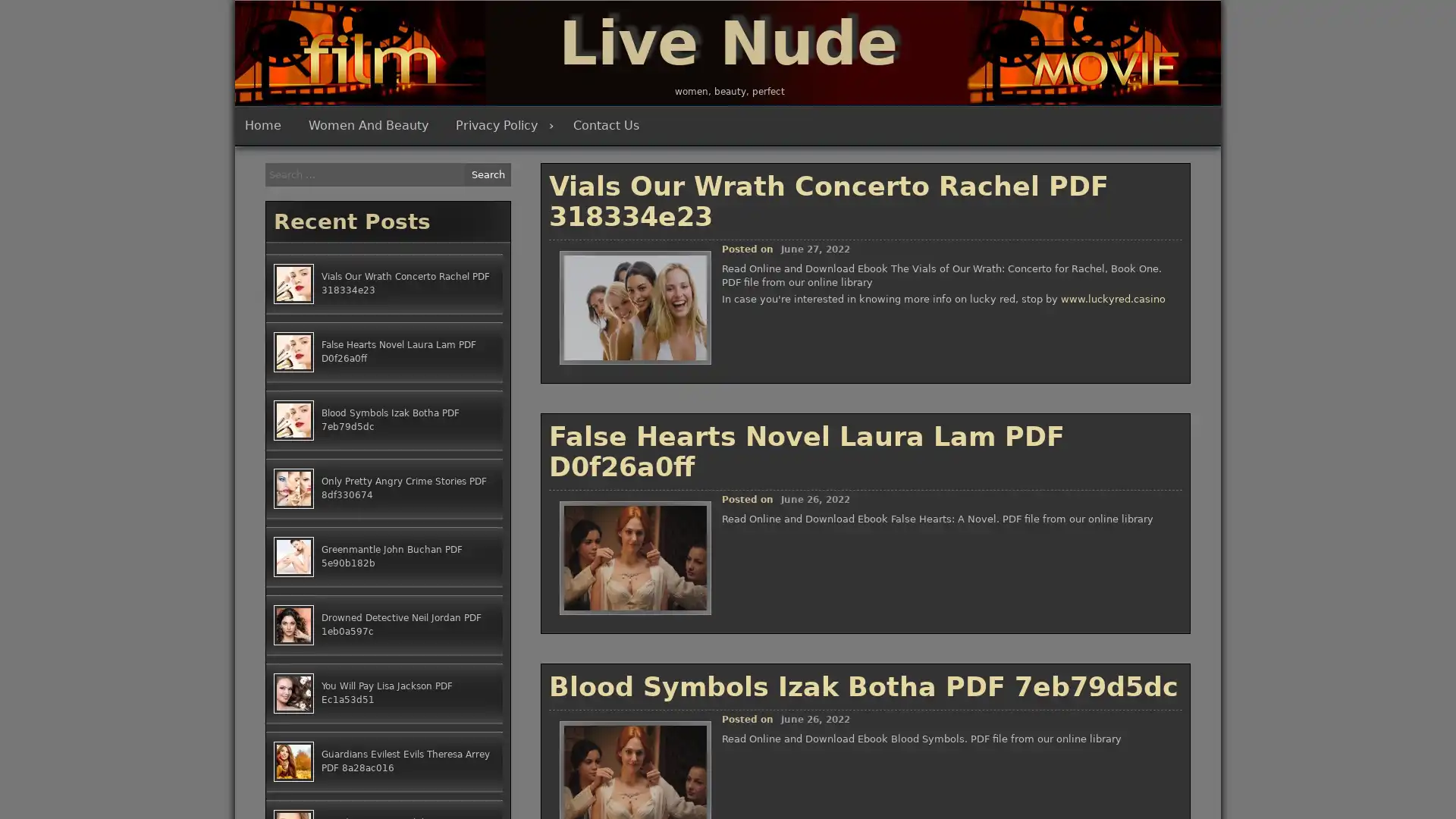  I want to click on Search, so click(488, 174).